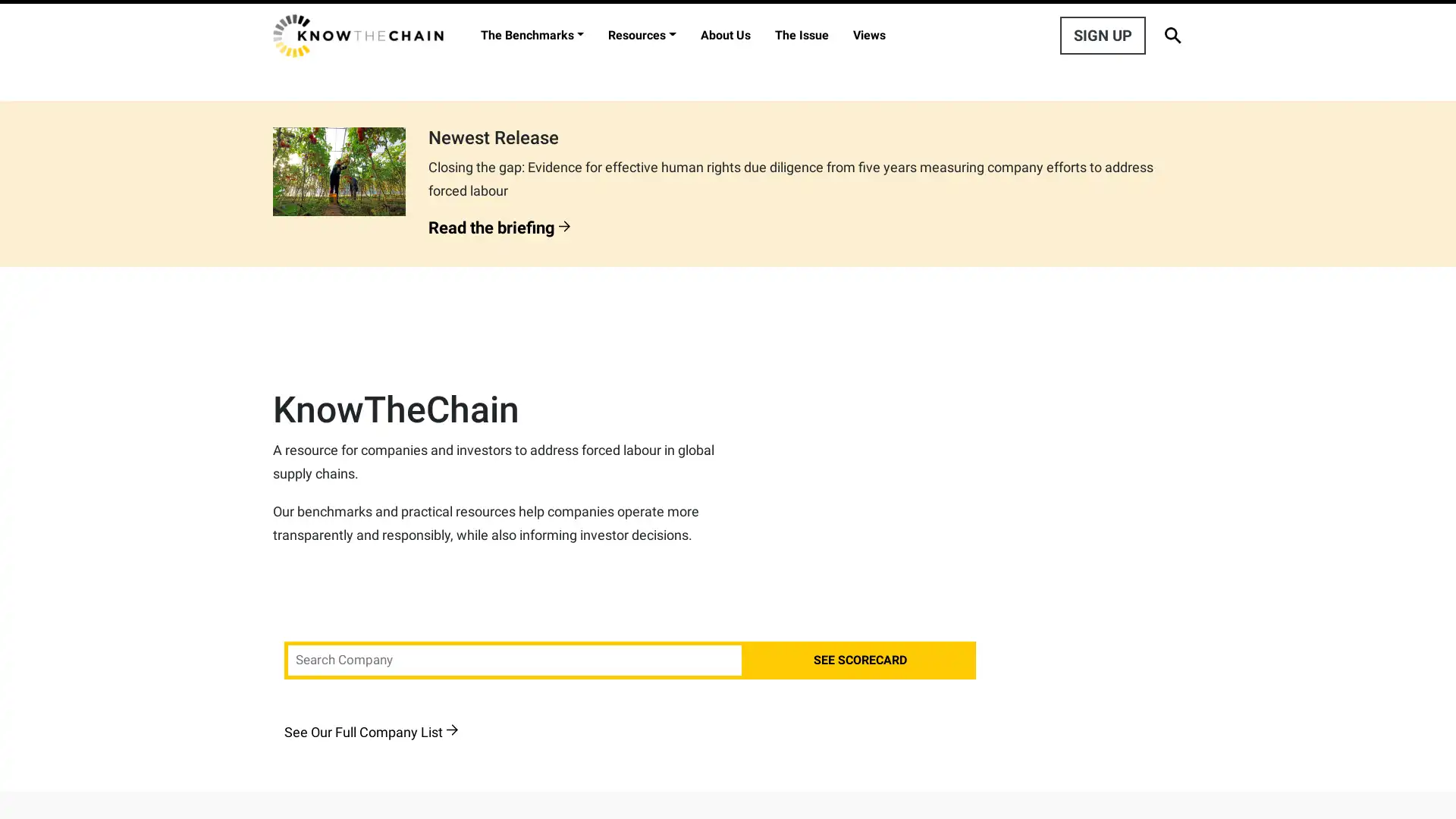 This screenshot has width=1456, height=819. I want to click on SEE SCORECARD, so click(860, 660).